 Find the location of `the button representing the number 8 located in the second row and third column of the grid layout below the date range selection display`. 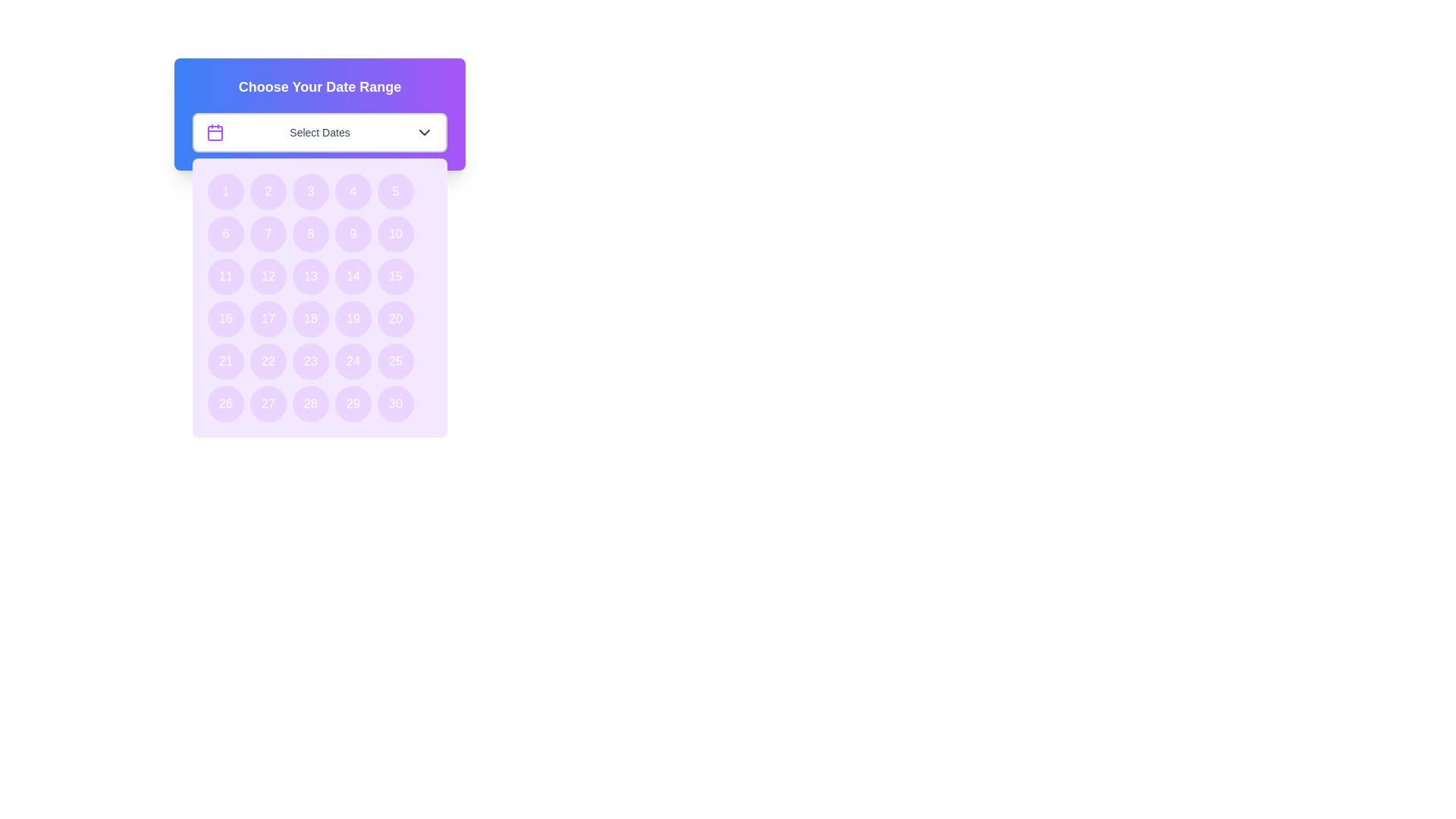

the button representing the number 8 located in the second row and third column of the grid layout below the date range selection display is located at coordinates (309, 234).